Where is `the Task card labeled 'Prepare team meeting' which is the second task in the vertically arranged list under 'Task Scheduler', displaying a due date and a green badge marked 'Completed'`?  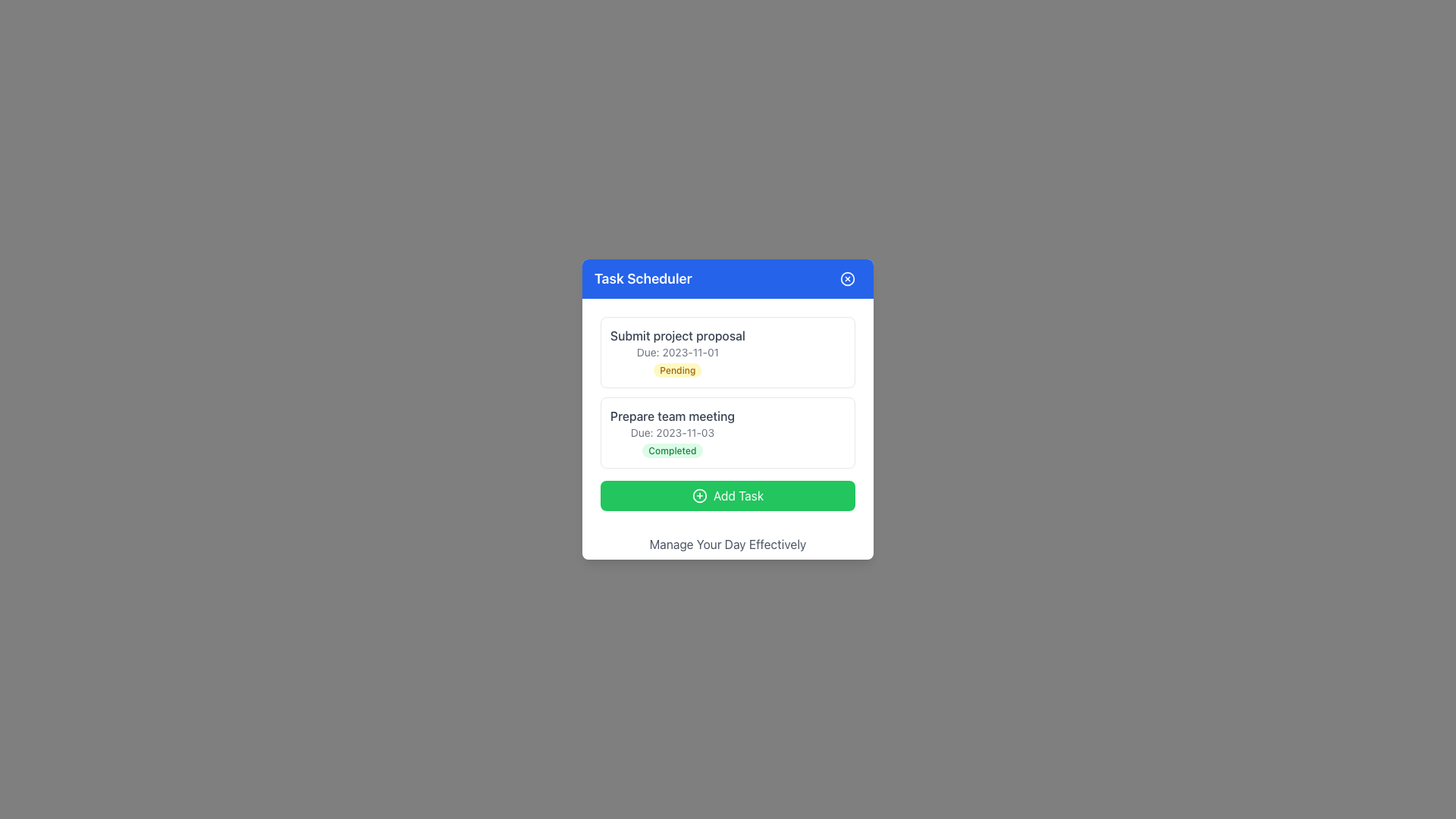 the Task card labeled 'Prepare team meeting' which is the second task in the vertically arranged list under 'Task Scheduler', displaying a due date and a green badge marked 'Completed' is located at coordinates (728, 432).